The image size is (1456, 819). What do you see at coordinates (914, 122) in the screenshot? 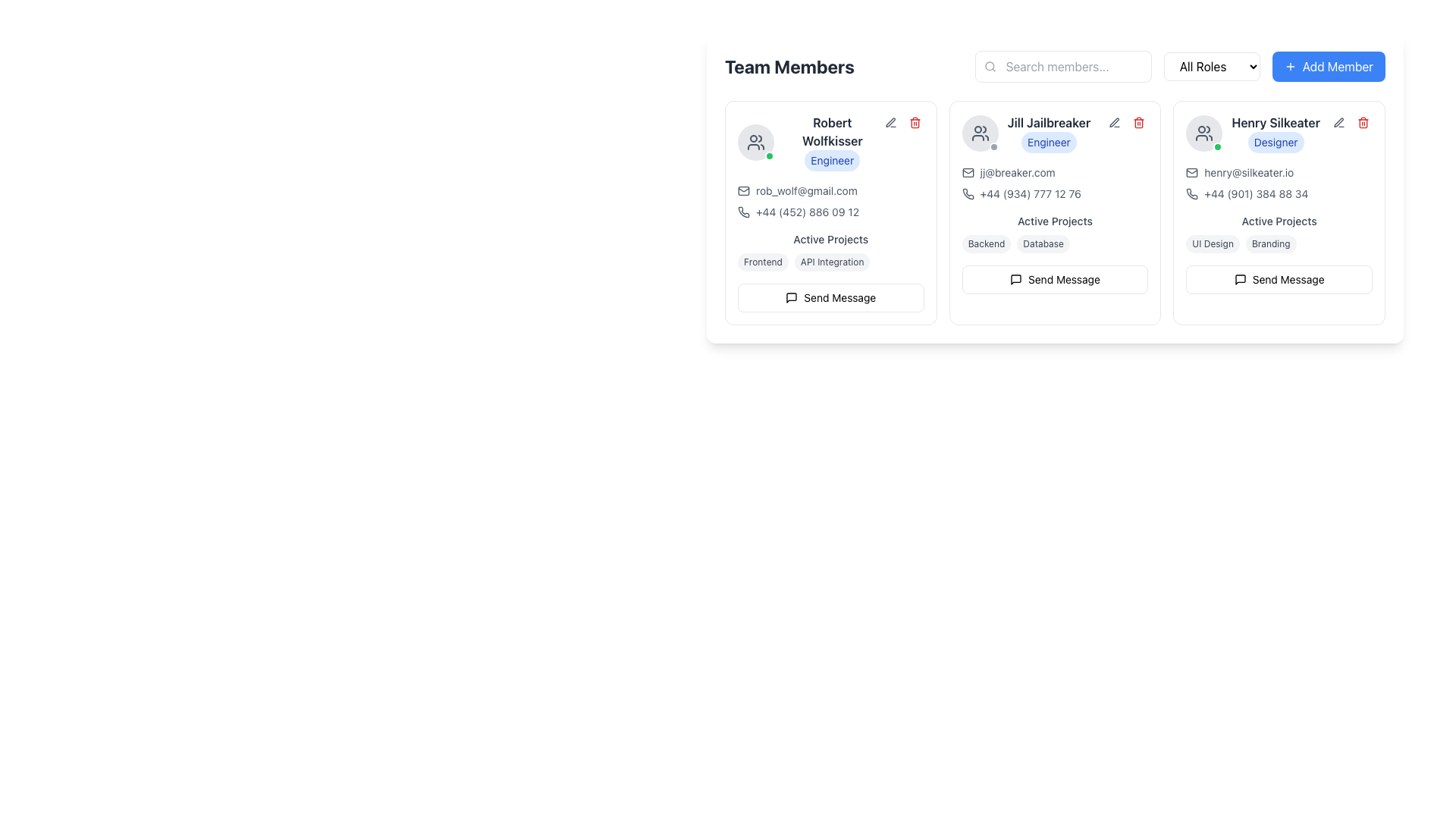
I see `the trash bin icon located at the top-right corner of Robert Wolfkisser's profile card` at bounding box center [914, 122].